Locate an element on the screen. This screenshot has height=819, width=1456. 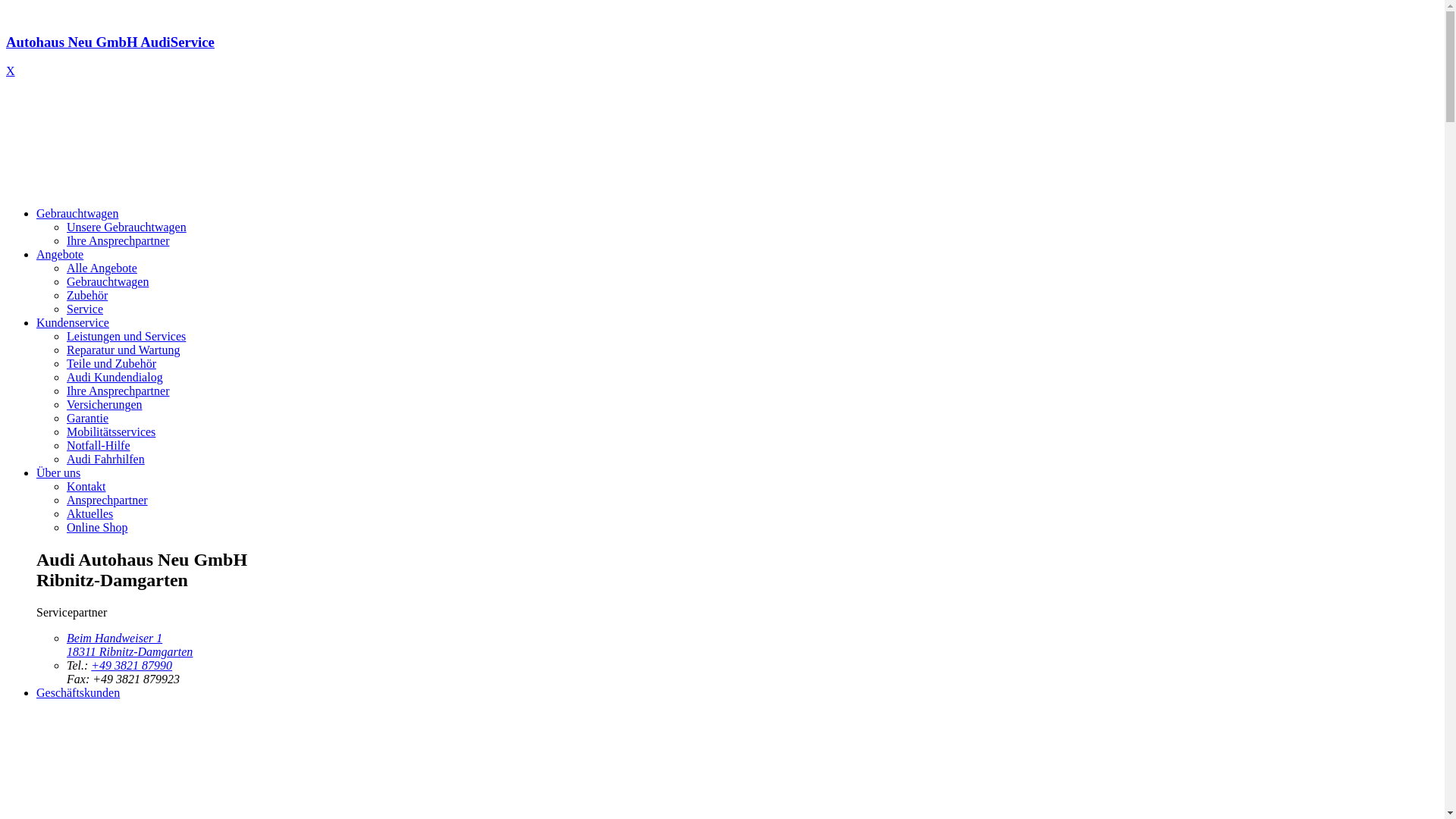
'Garantie' is located at coordinates (86, 418).